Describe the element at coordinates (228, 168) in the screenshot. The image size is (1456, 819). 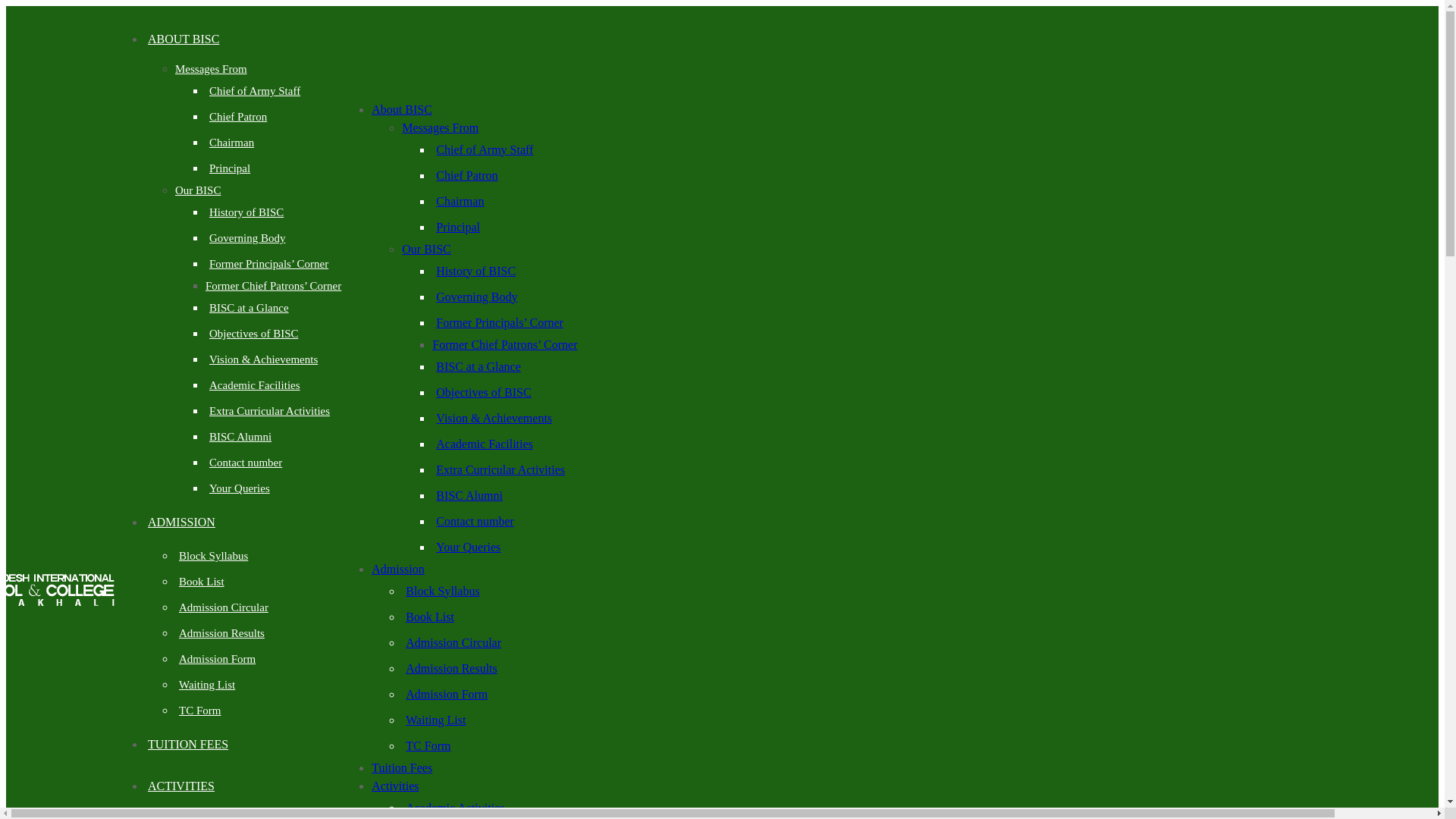
I see `'Principal'` at that location.